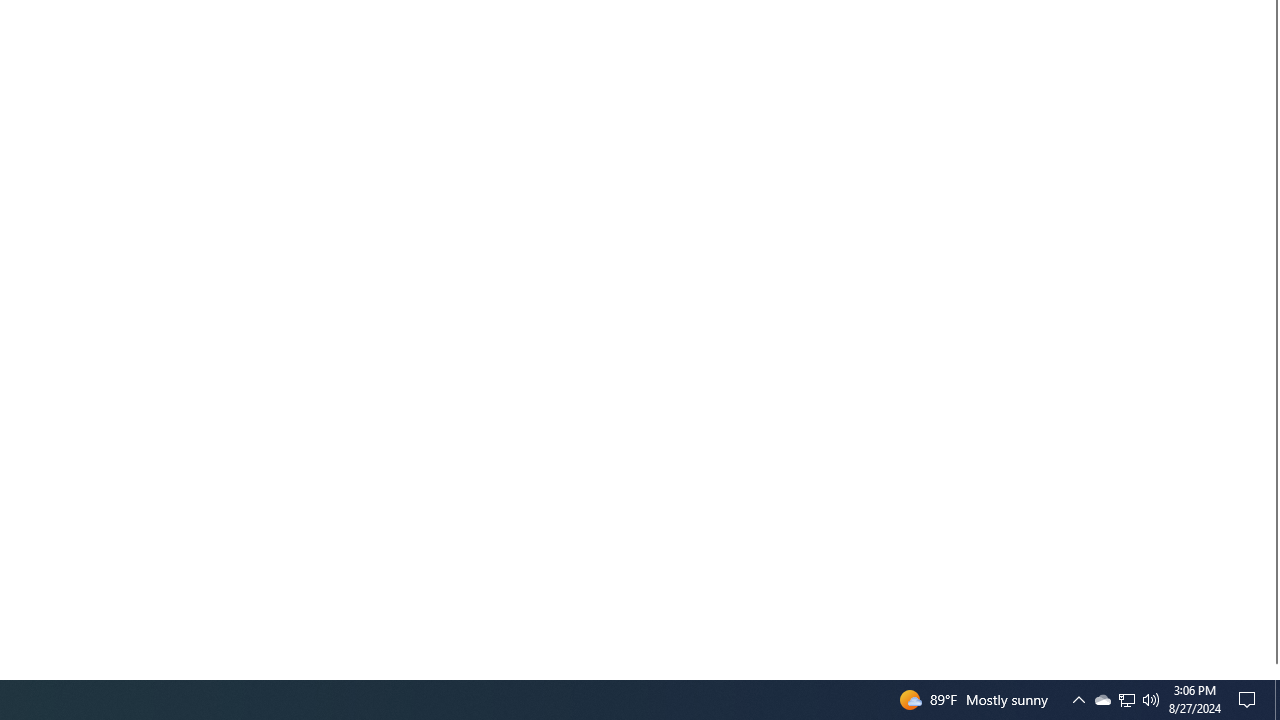 The width and height of the screenshot is (1280, 720). Describe the element at coordinates (1151, 698) in the screenshot. I see `'Q2790: 100%'` at that location.